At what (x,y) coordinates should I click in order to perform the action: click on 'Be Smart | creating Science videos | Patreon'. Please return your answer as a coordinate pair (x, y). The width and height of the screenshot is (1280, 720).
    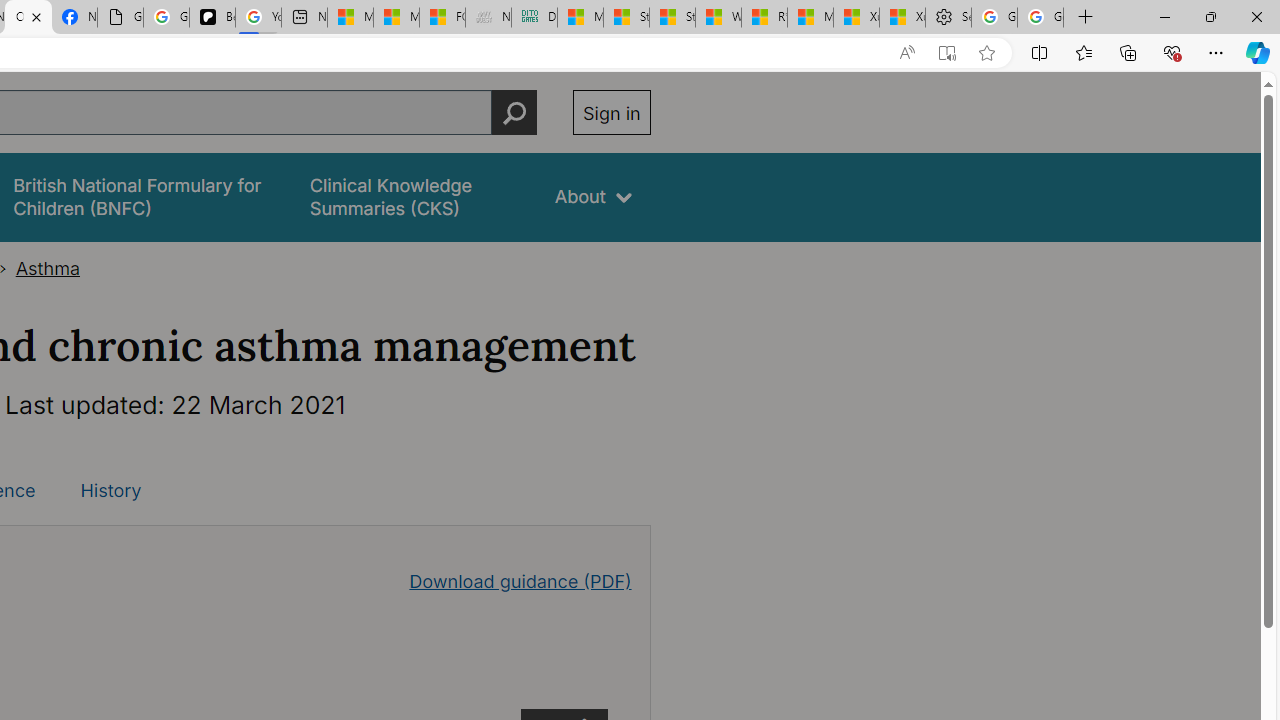
    Looking at the image, I should click on (212, 17).